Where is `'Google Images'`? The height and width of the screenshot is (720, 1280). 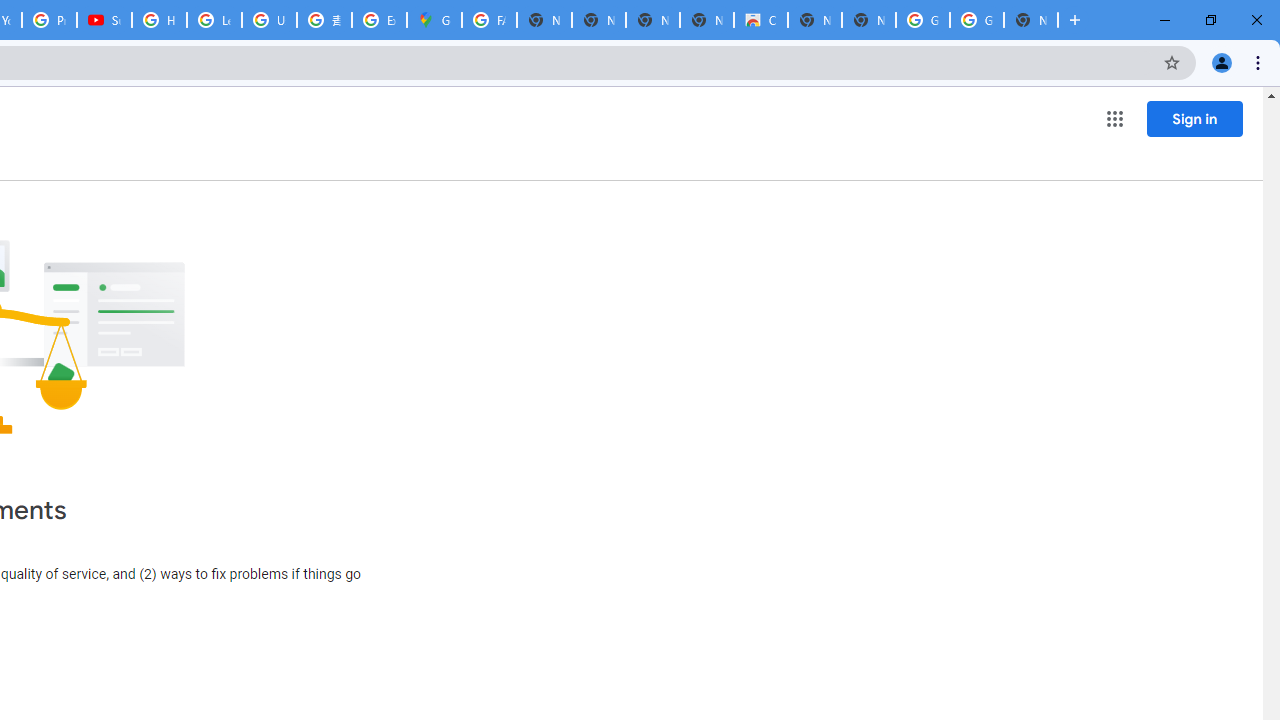
'Google Images' is located at coordinates (921, 20).